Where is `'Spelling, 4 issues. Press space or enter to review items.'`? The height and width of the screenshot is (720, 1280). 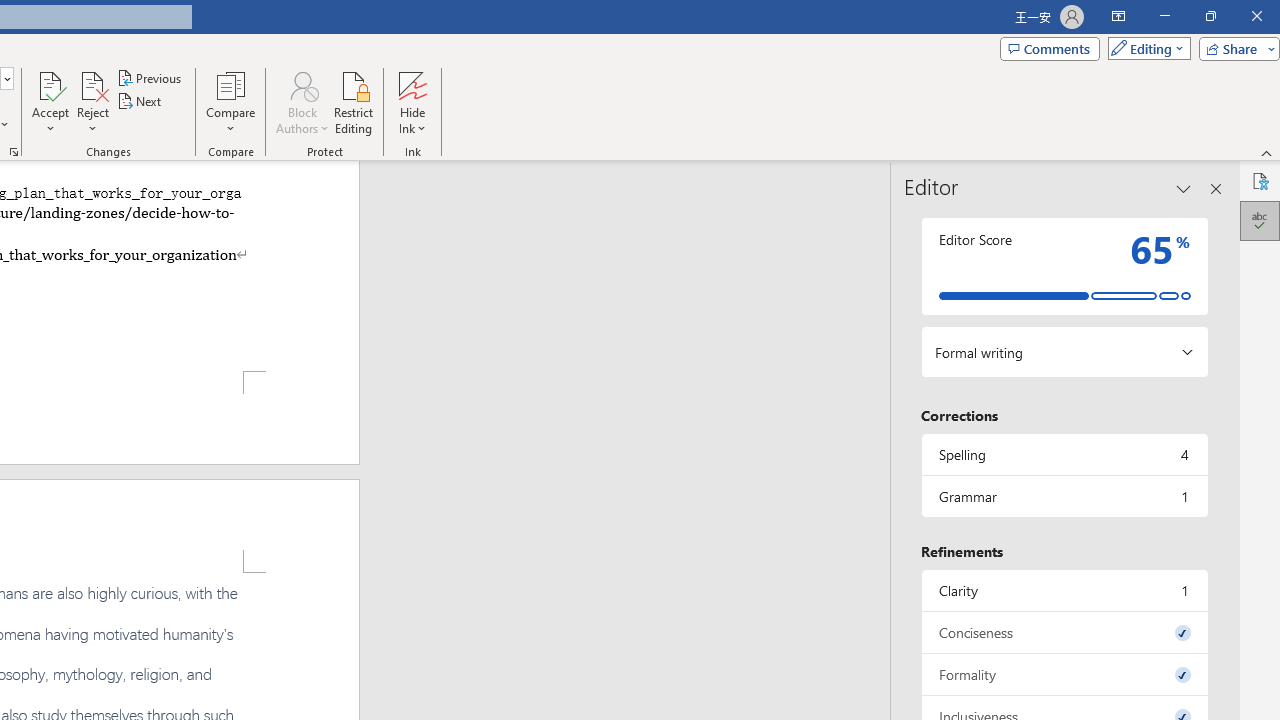
'Spelling, 4 issues. Press space or enter to review items.' is located at coordinates (1063, 454).